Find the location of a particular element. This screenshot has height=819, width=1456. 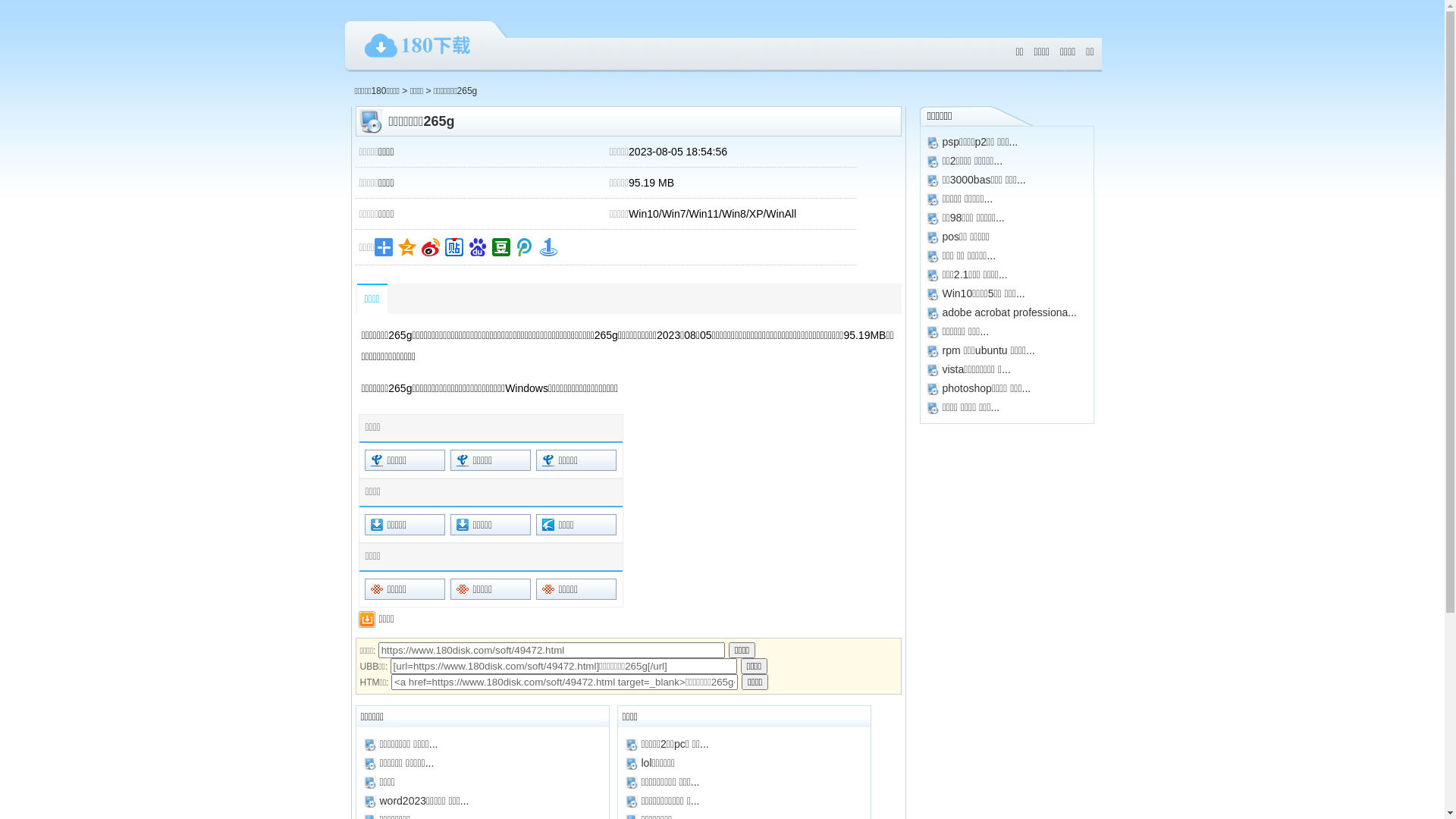

'https://www.180disk.com/soft/49472.html' is located at coordinates (551, 649).